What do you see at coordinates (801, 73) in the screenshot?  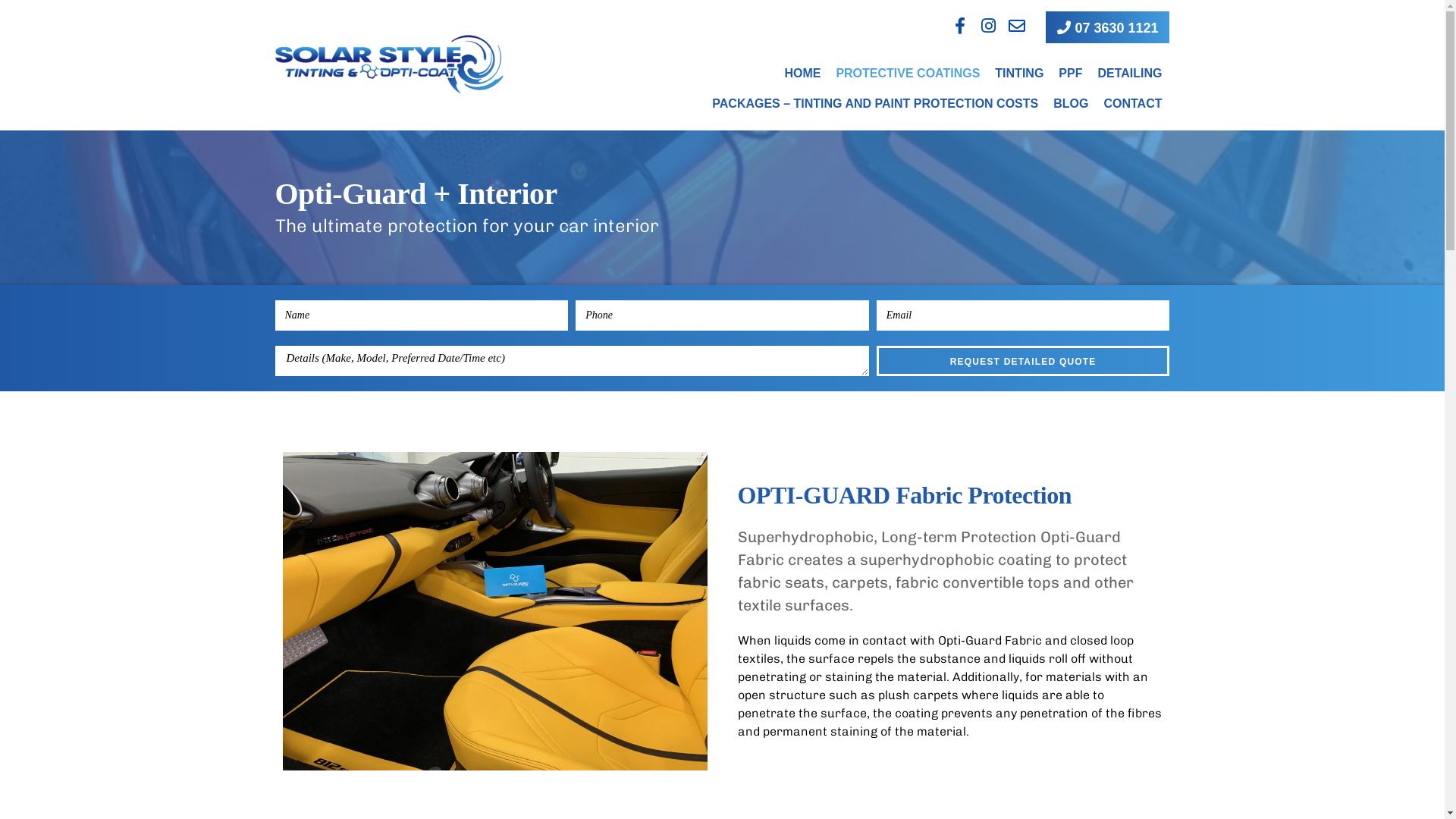 I see `'HOME'` at bounding box center [801, 73].